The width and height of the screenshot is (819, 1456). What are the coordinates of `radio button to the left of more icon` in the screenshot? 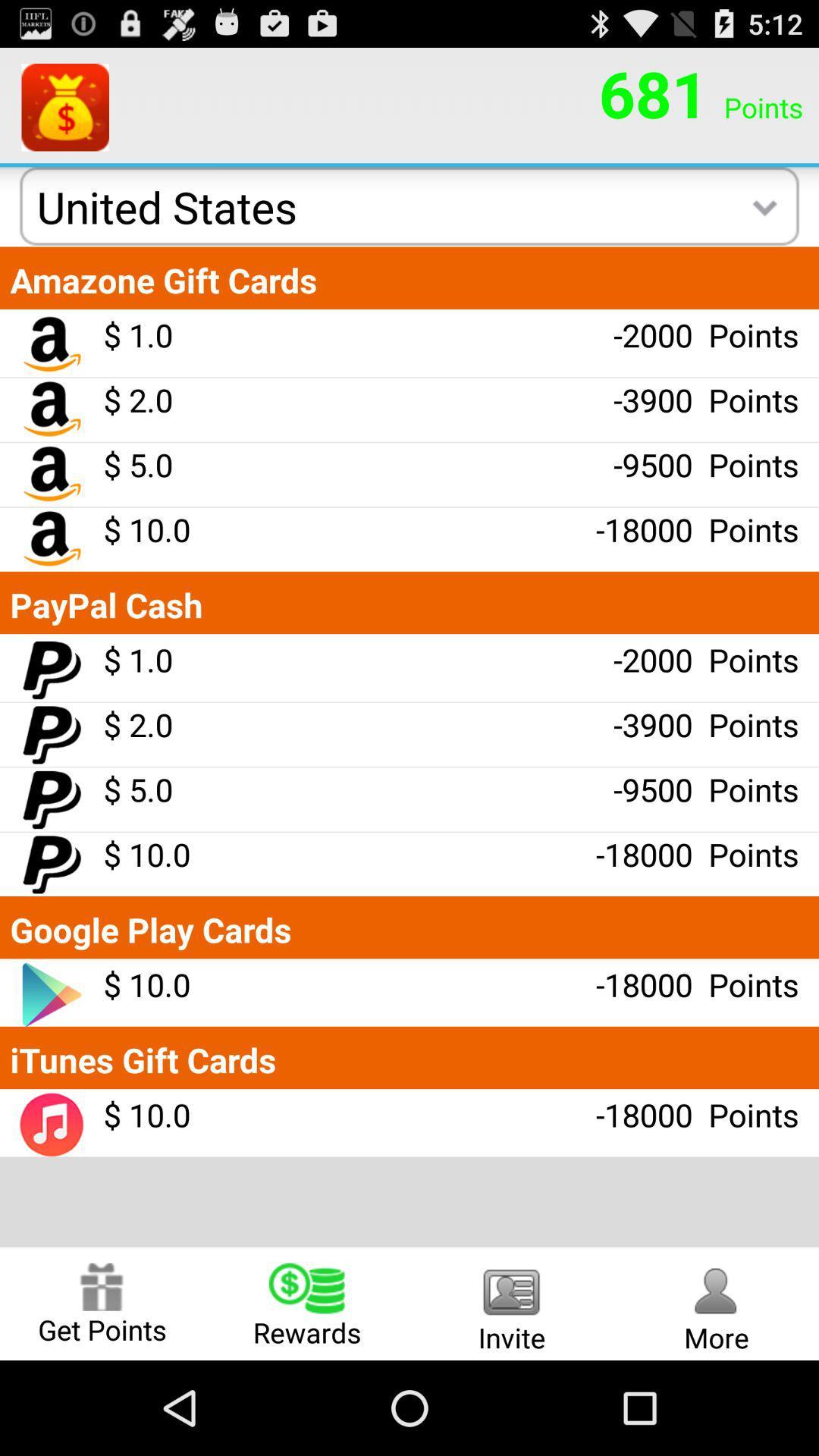 It's located at (512, 1303).